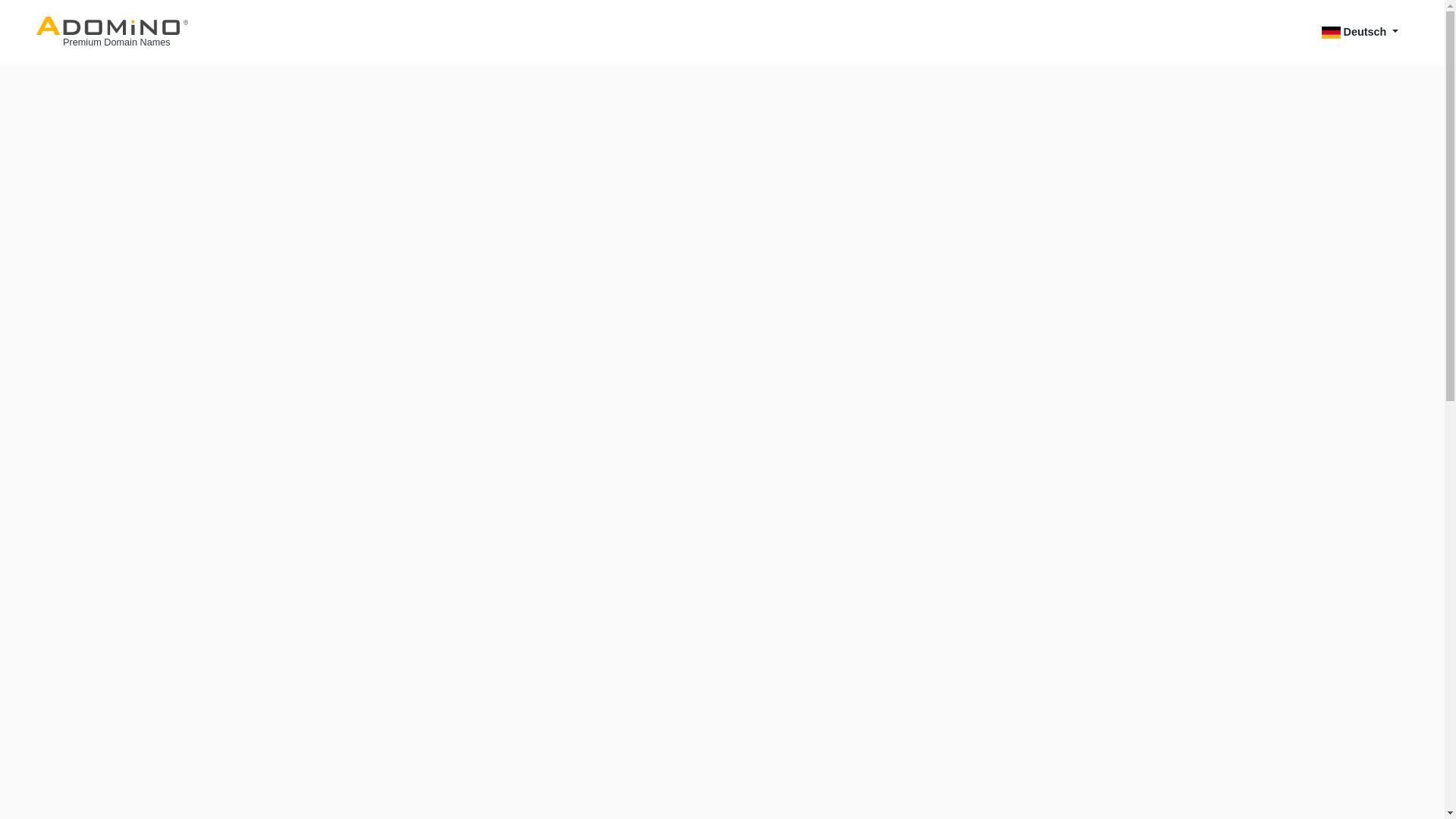 This screenshot has width=1456, height=819. Describe the element at coordinates (111, 32) in the screenshot. I see `'Premium Domain Names'` at that location.